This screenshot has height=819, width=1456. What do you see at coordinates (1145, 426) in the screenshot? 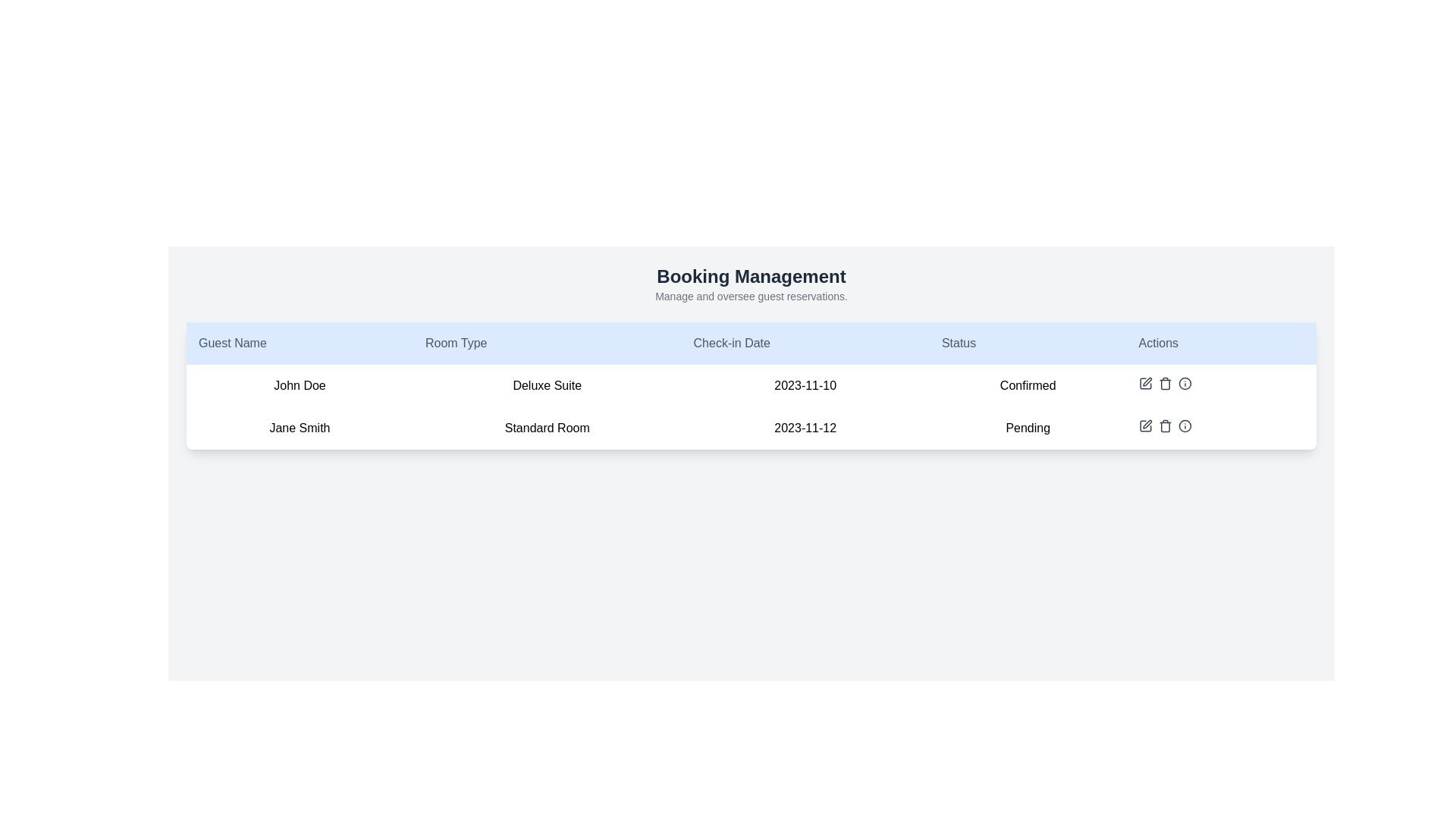
I see `the vector graphic component of the icon associated with 'Jane Smith' in the actions column of the table` at bounding box center [1145, 426].